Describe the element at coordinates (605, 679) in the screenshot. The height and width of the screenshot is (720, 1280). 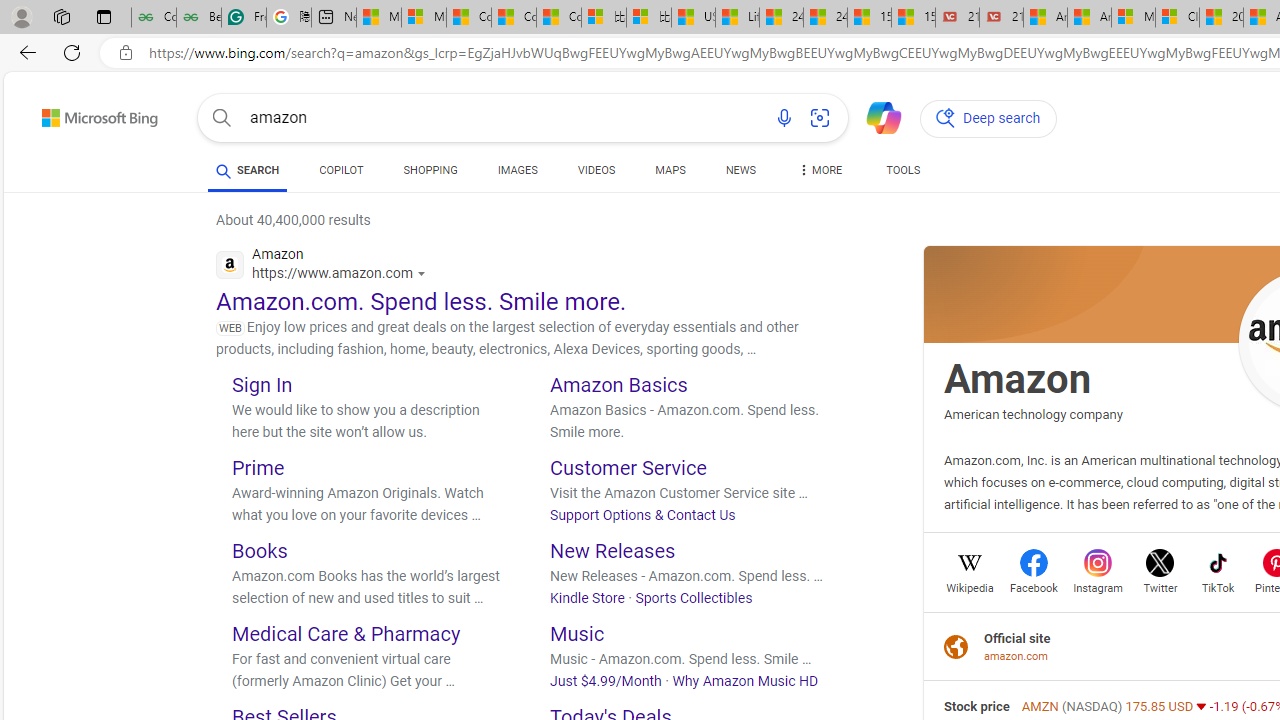
I see `'Just $4.99/Month'` at that location.